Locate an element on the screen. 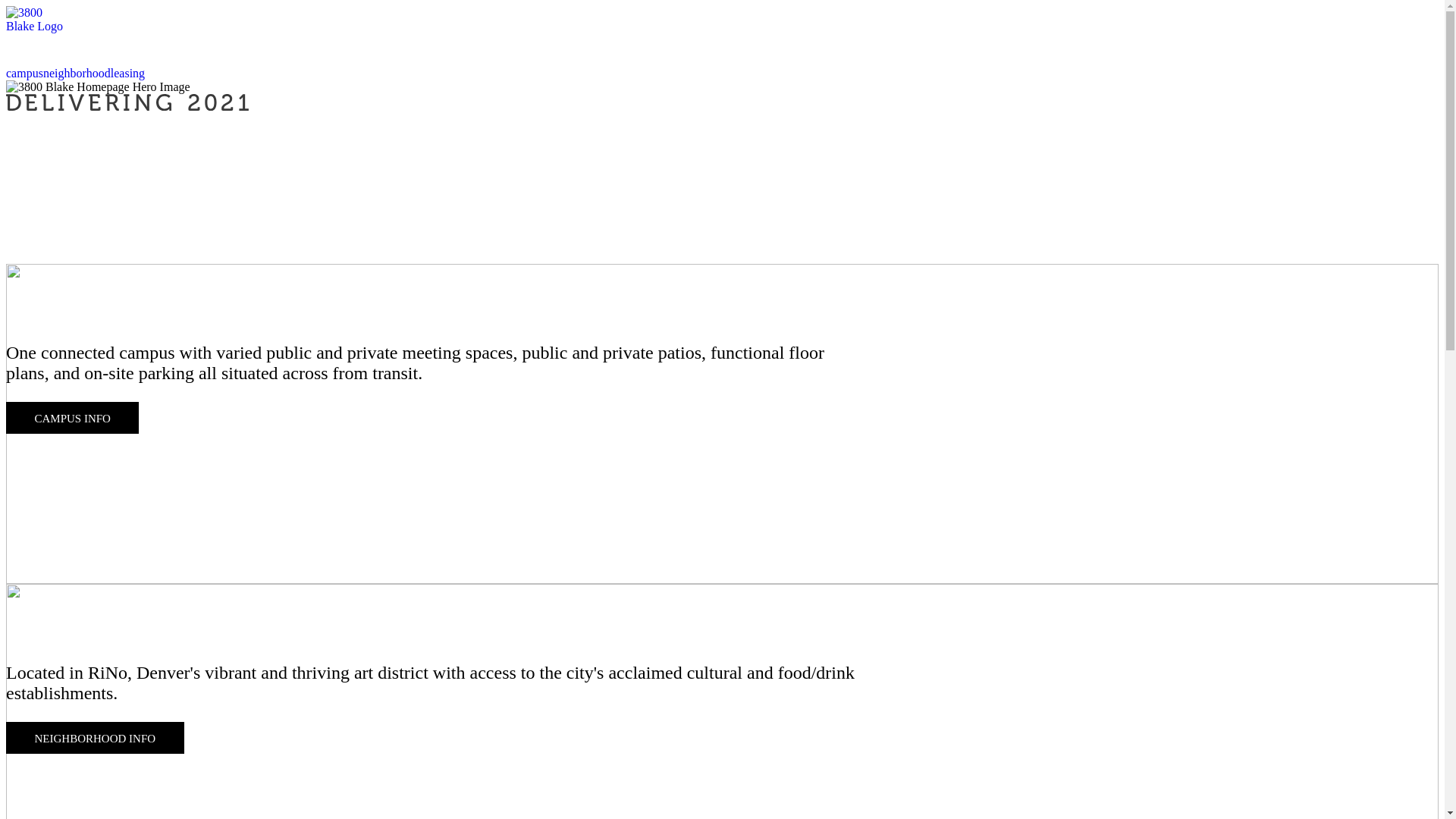  'neighborhood' is located at coordinates (76, 73).